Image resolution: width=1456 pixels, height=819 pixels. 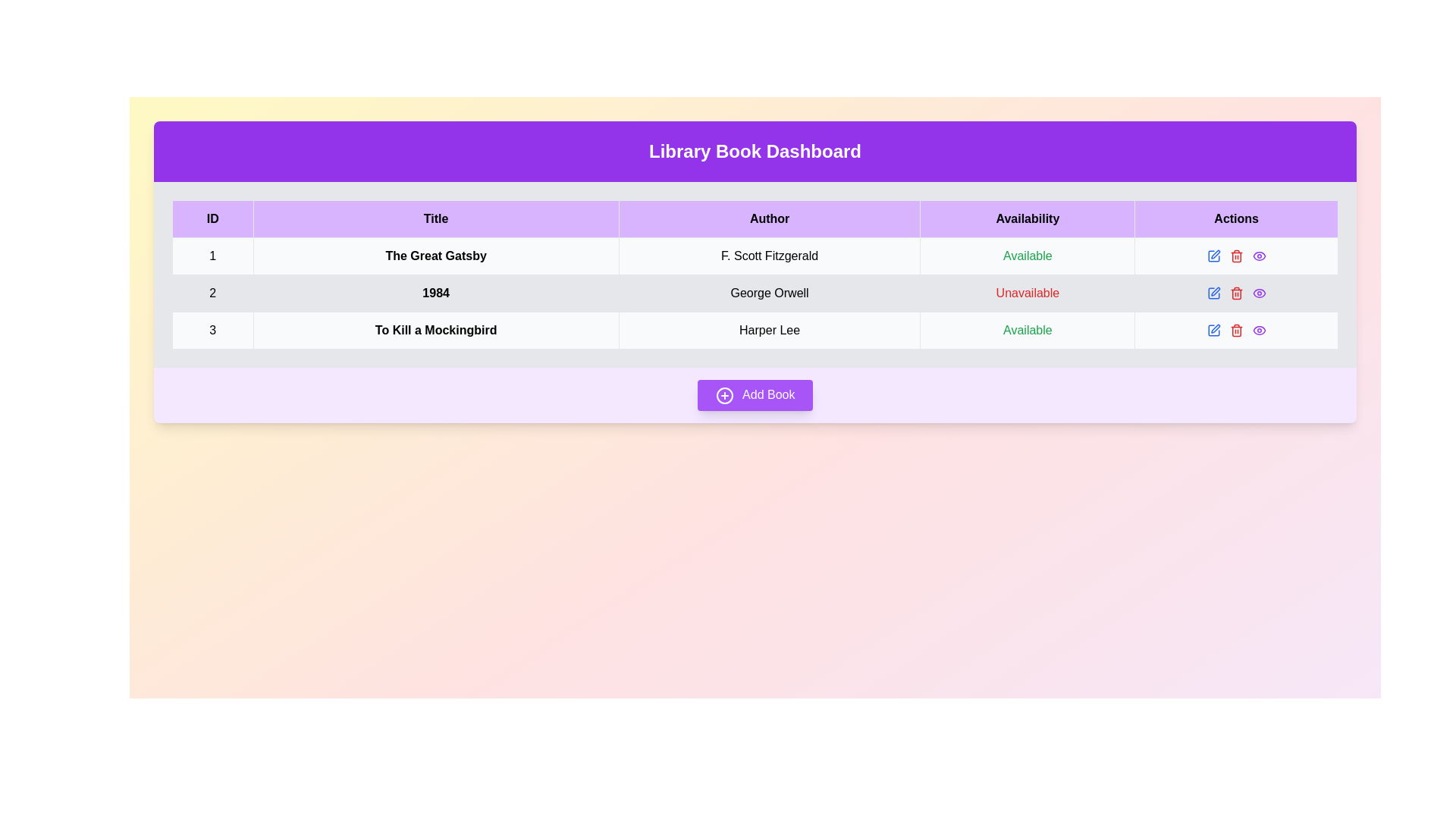 I want to click on text label indicating the availability status of the book 'The Great Gatsby' located in the Availability column of the table, so click(x=1028, y=256).